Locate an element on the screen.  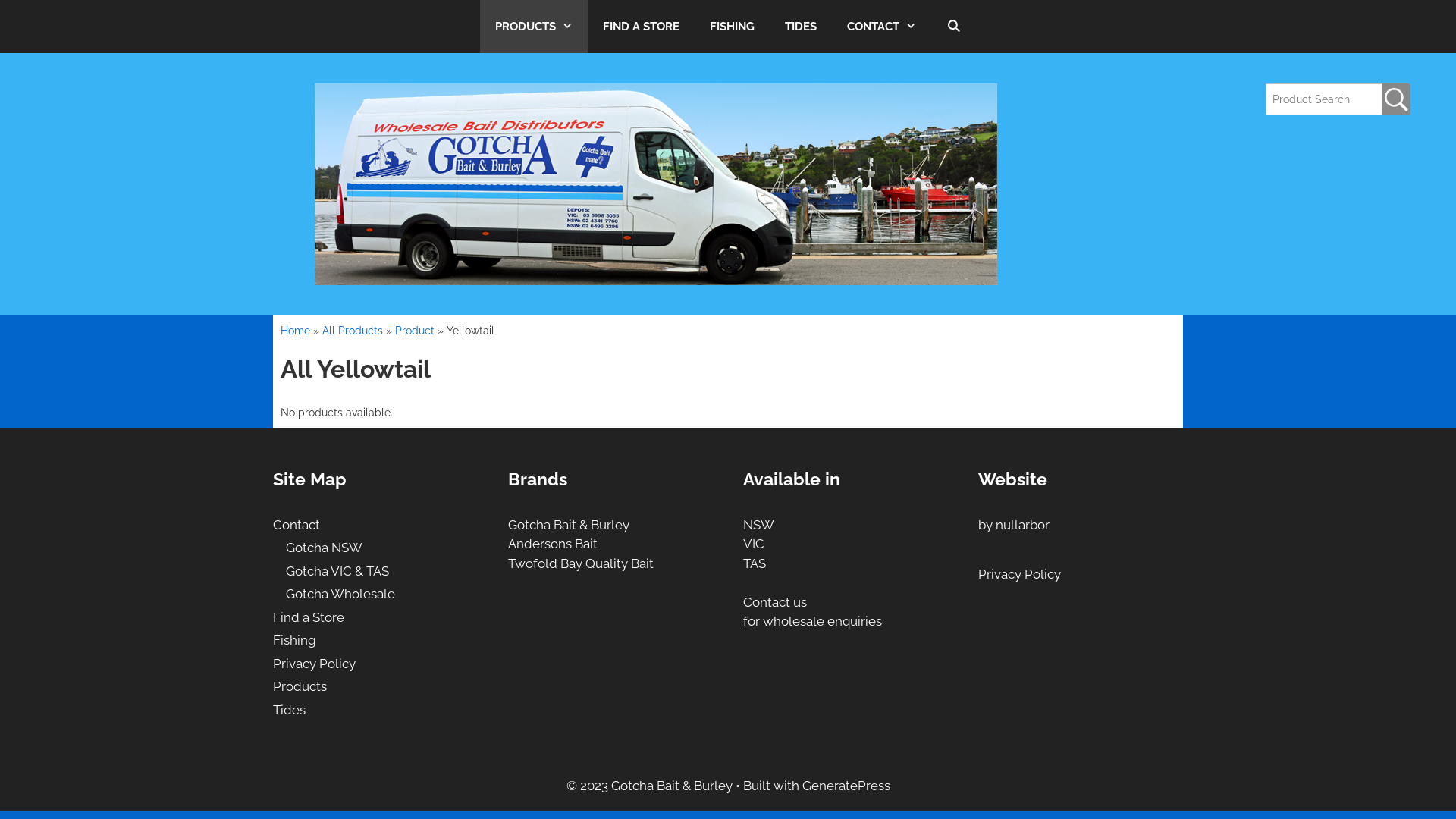
'Gotcha VIC & TAS' is located at coordinates (337, 570).